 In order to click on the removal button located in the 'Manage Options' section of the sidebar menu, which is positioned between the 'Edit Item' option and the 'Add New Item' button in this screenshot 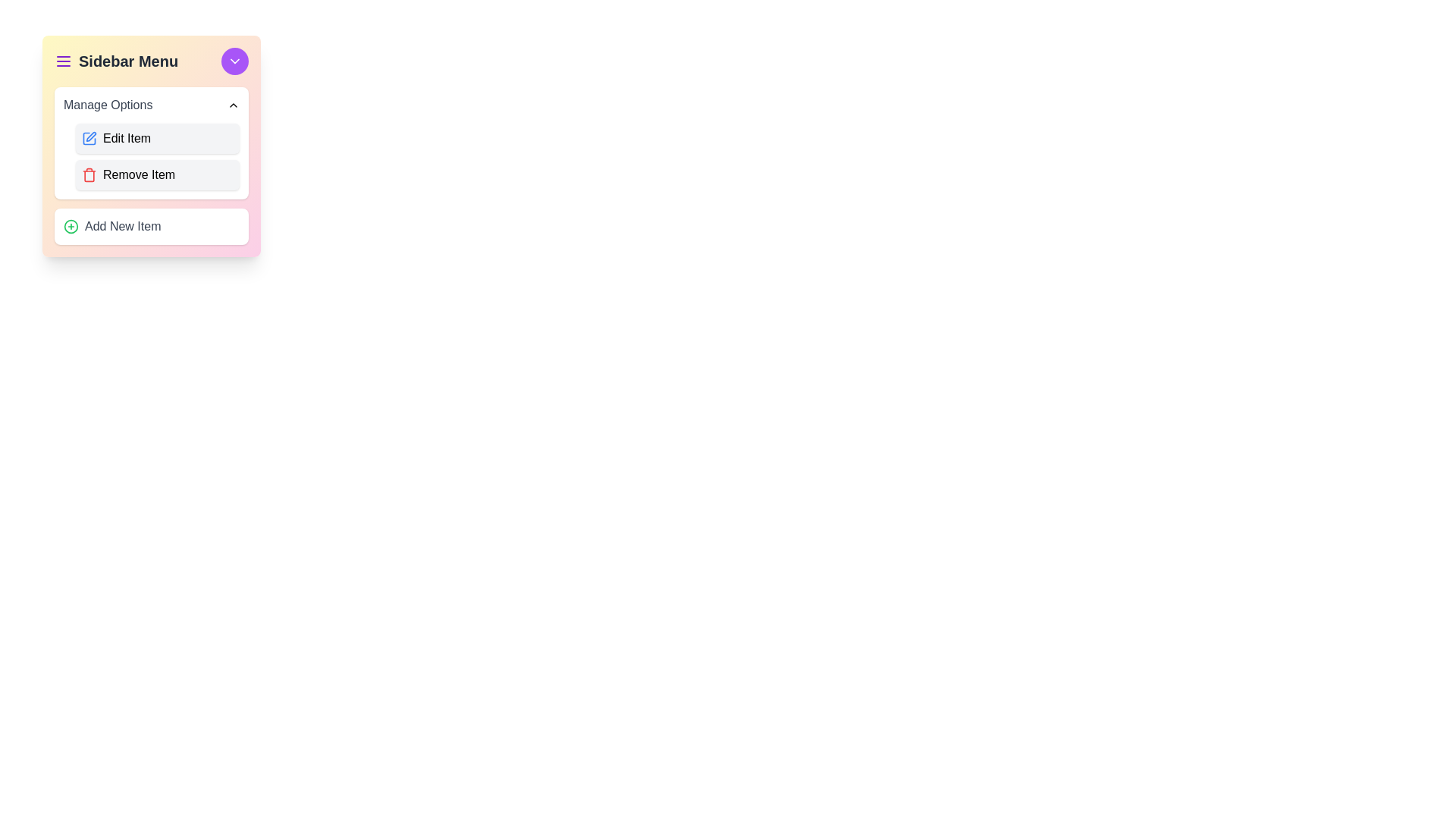, I will do `click(152, 166)`.